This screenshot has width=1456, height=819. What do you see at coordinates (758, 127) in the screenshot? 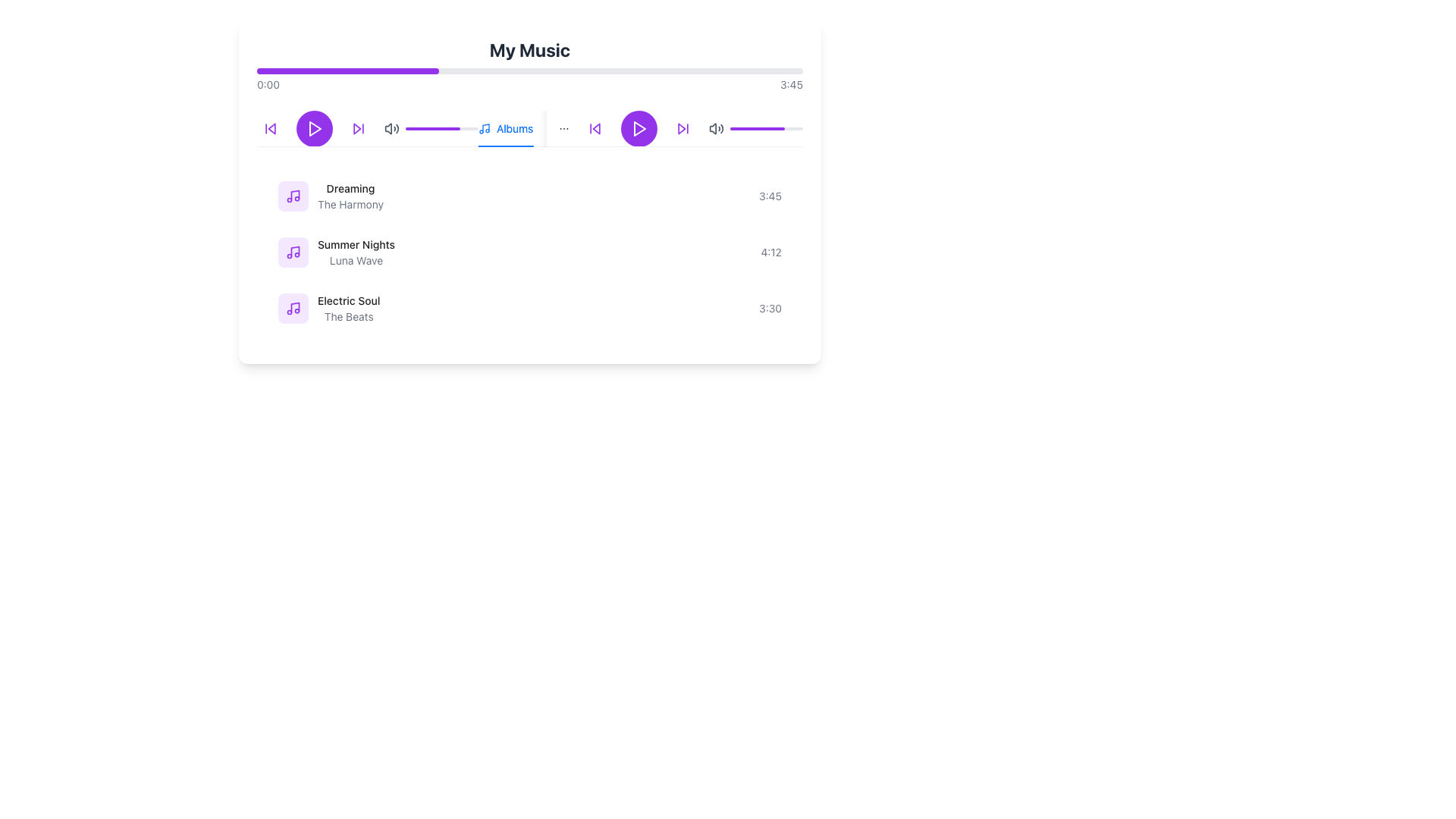
I see `volume` at bounding box center [758, 127].